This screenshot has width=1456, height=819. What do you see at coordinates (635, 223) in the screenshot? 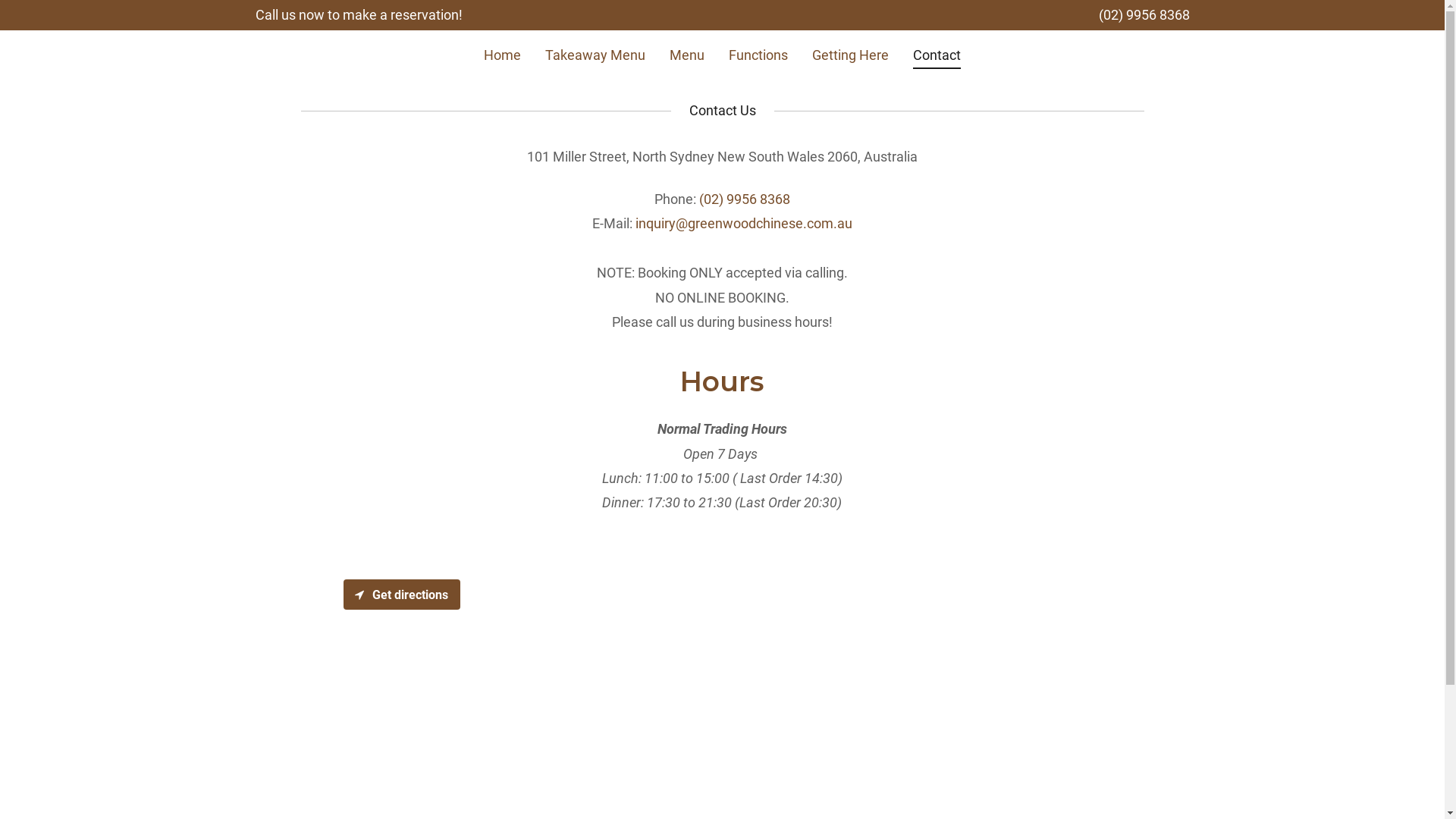
I see `'inquiry@greenwoodchinese.com.au'` at bounding box center [635, 223].